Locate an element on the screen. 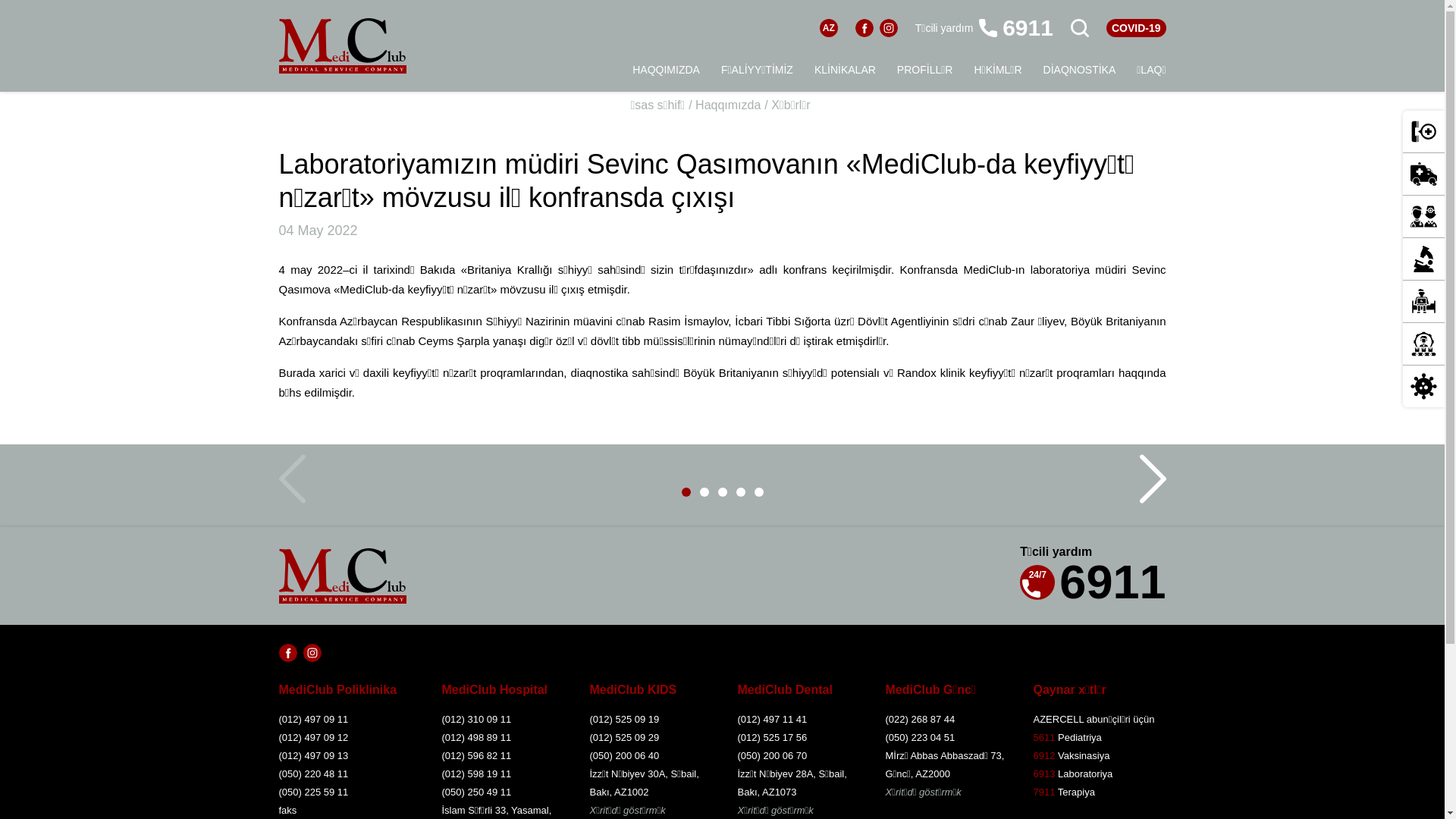 The height and width of the screenshot is (819, 1456). '6912' is located at coordinates (1043, 755).